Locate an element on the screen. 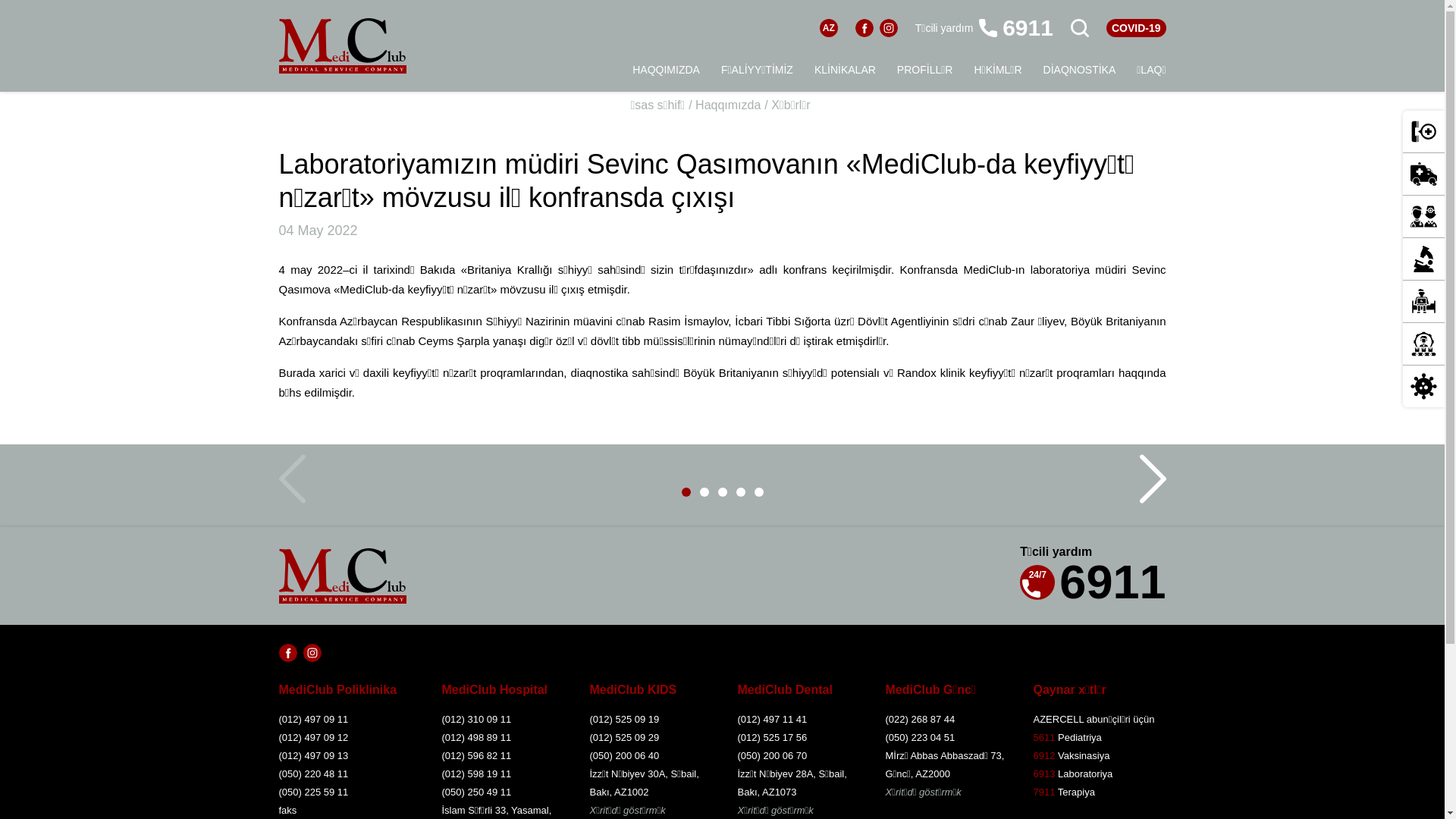 The height and width of the screenshot is (819, 1456). '6912' is located at coordinates (1043, 755).